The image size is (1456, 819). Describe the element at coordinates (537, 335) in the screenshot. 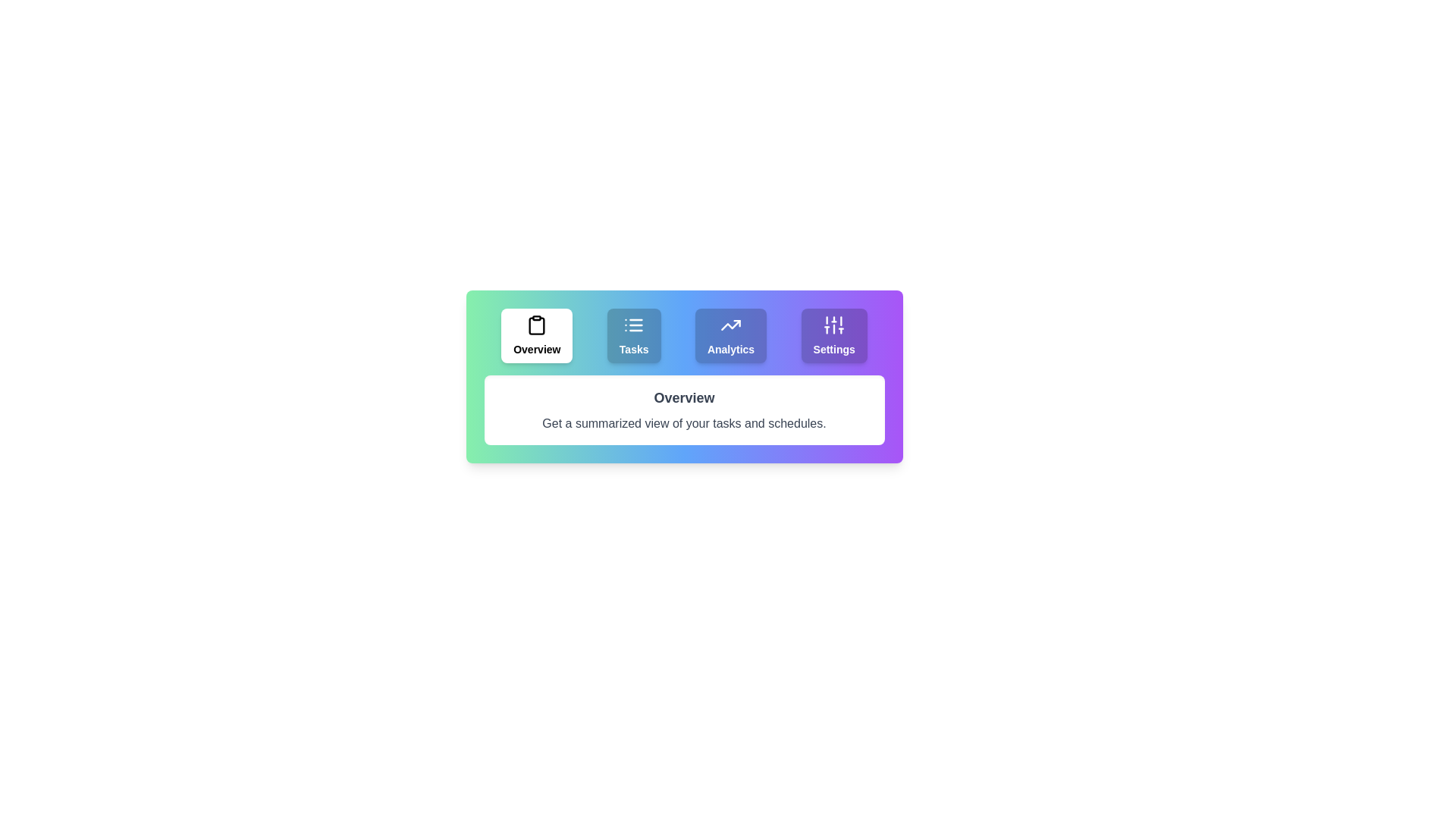

I see `the tab labeled Overview to observe its hover effect` at that location.